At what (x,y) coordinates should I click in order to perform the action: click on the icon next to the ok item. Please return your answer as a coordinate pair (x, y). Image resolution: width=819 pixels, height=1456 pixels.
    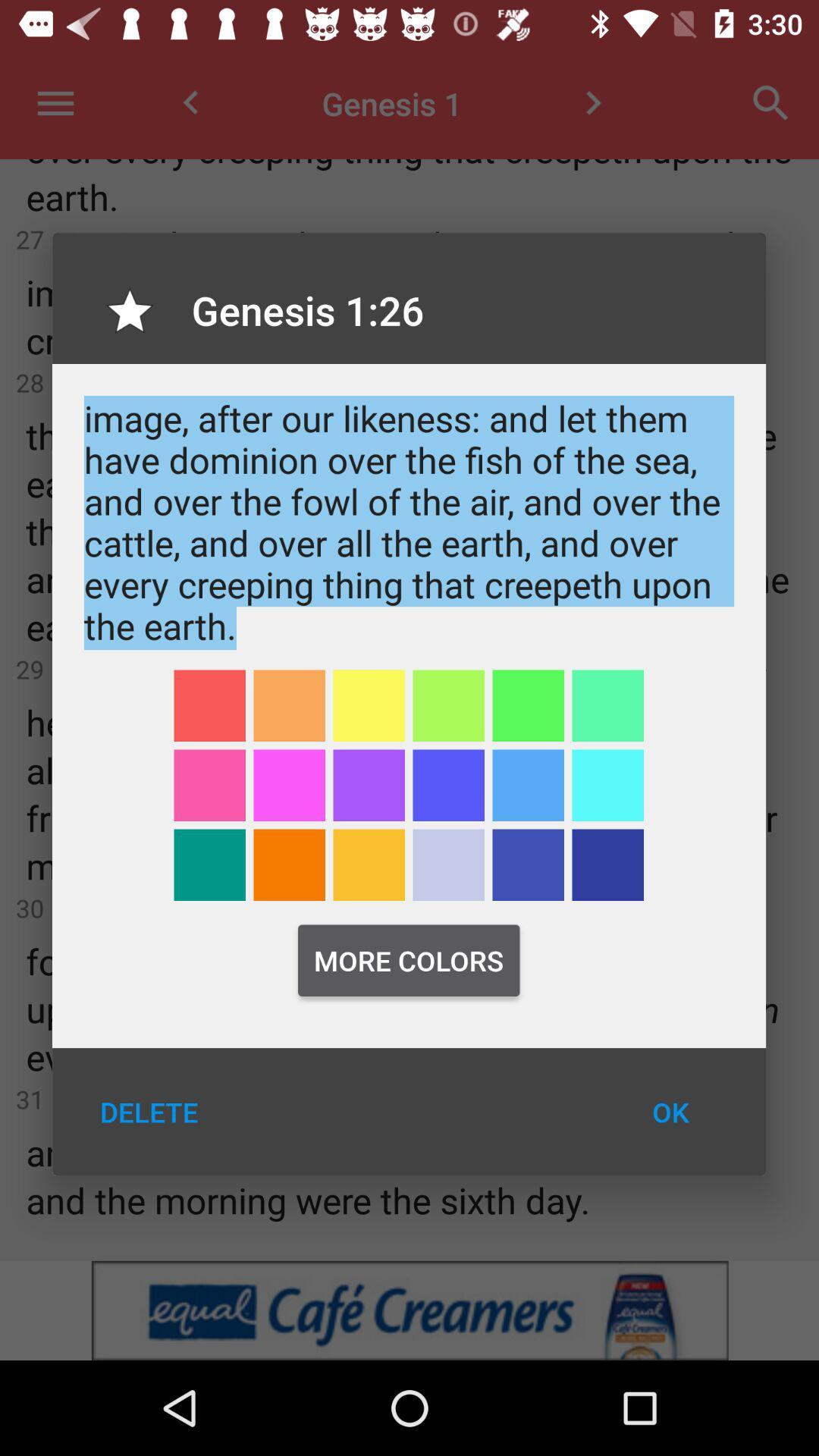
    Looking at the image, I should click on (149, 1112).